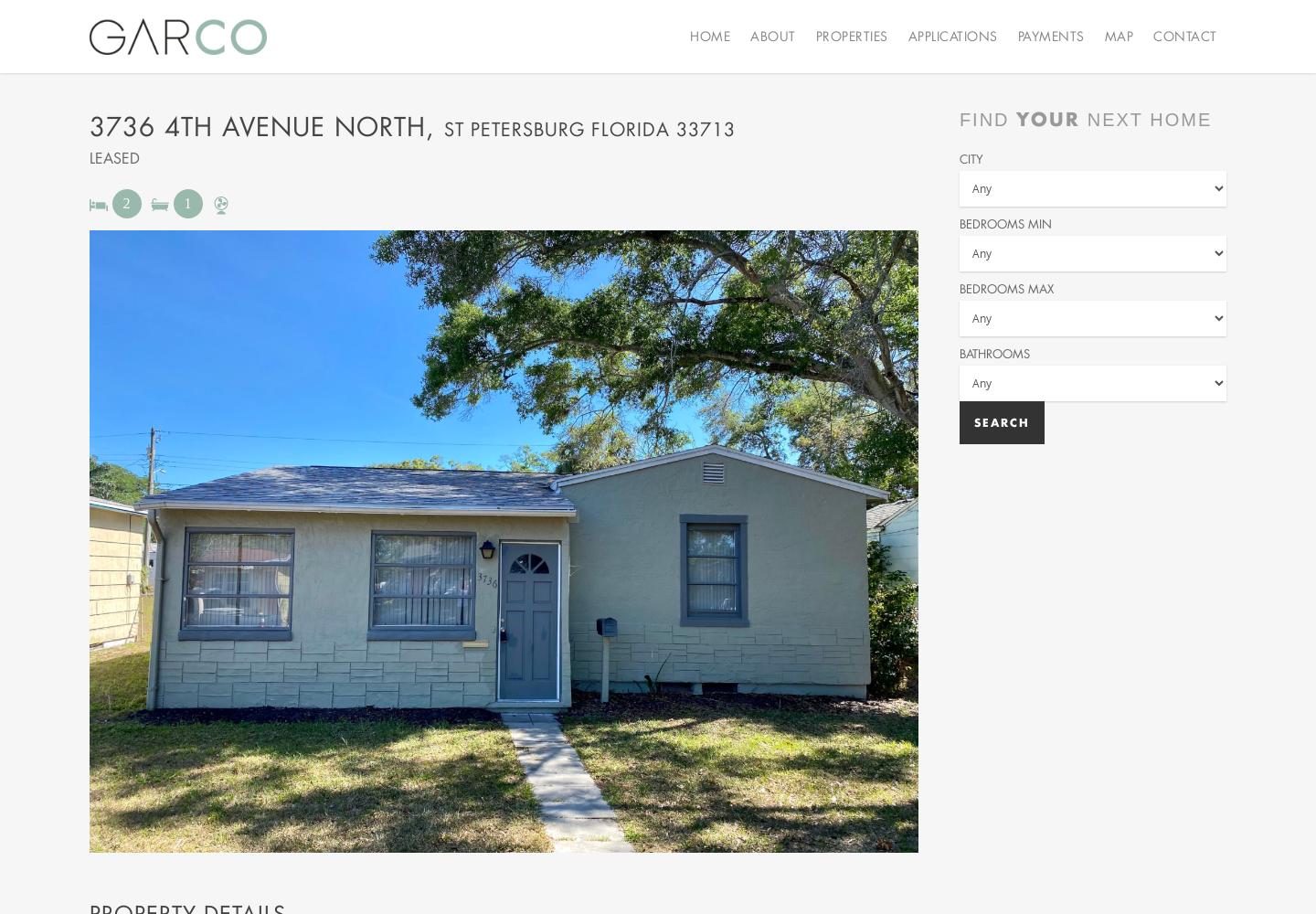 The height and width of the screenshot is (914, 1316). I want to click on '1', so click(187, 202).